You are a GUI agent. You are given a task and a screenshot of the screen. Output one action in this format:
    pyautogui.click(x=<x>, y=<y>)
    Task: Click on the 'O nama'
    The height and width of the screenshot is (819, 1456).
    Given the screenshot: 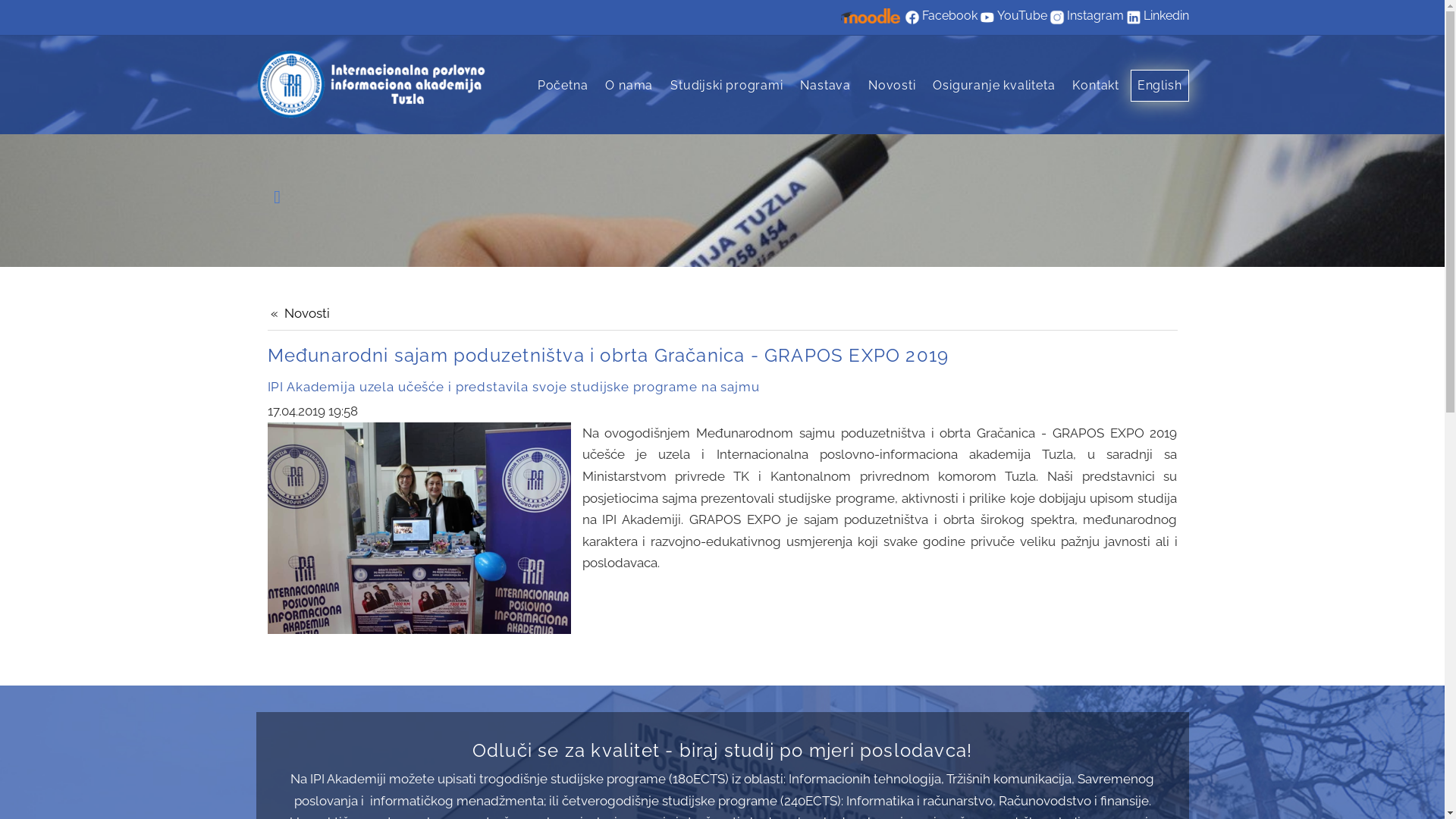 What is the action you would take?
    pyautogui.click(x=629, y=85)
    